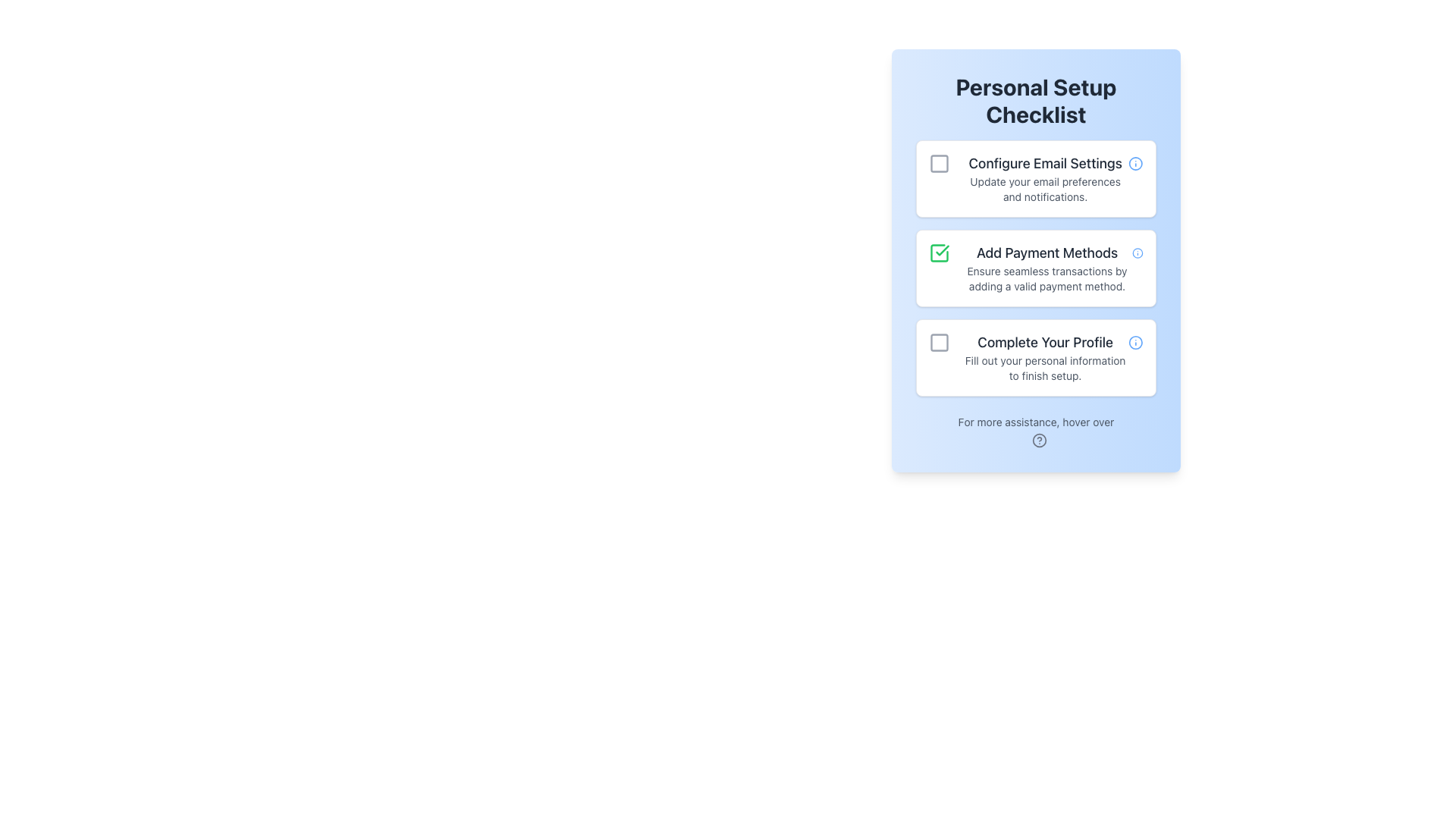 The width and height of the screenshot is (1456, 819). Describe the element at coordinates (1044, 189) in the screenshot. I see `the text label that says 'Update your email preferences and notifications.', which is located directly beneath the 'Configure Email Settings' title` at that location.